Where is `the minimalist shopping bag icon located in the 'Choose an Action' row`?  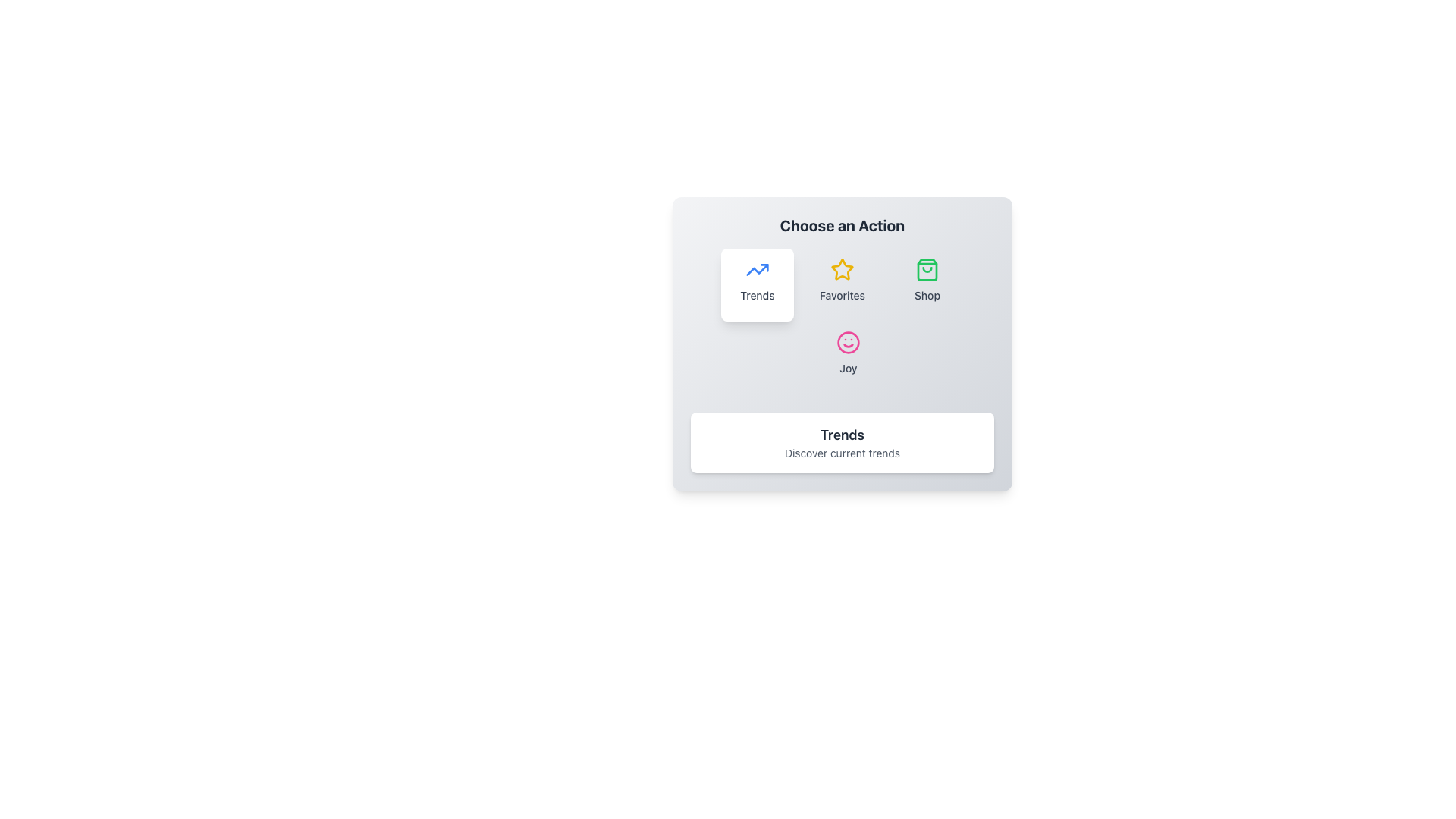 the minimalist shopping bag icon located in the 'Choose an Action' row is located at coordinates (927, 268).